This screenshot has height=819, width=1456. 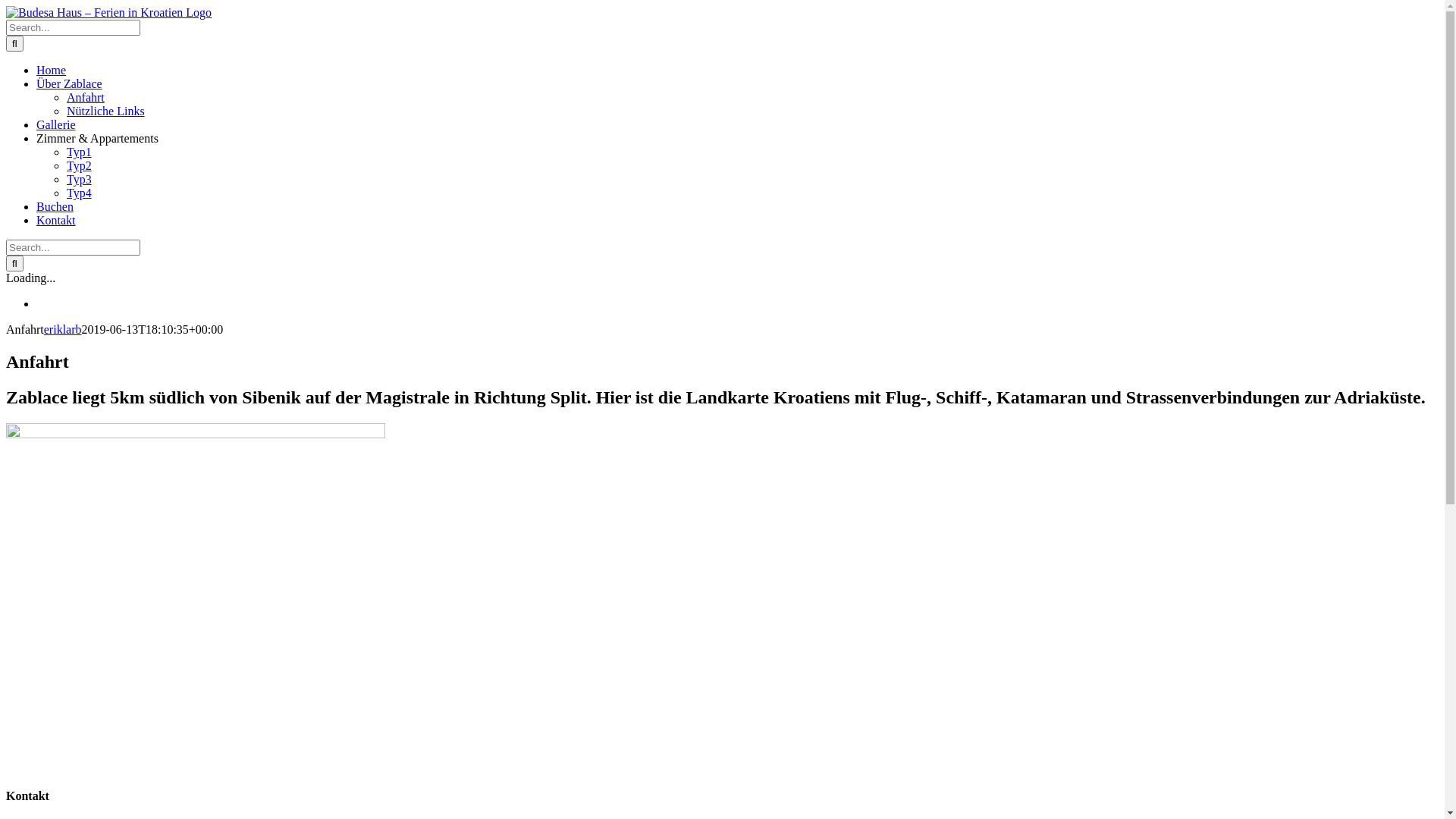 I want to click on 'Typ2', so click(x=78, y=165).